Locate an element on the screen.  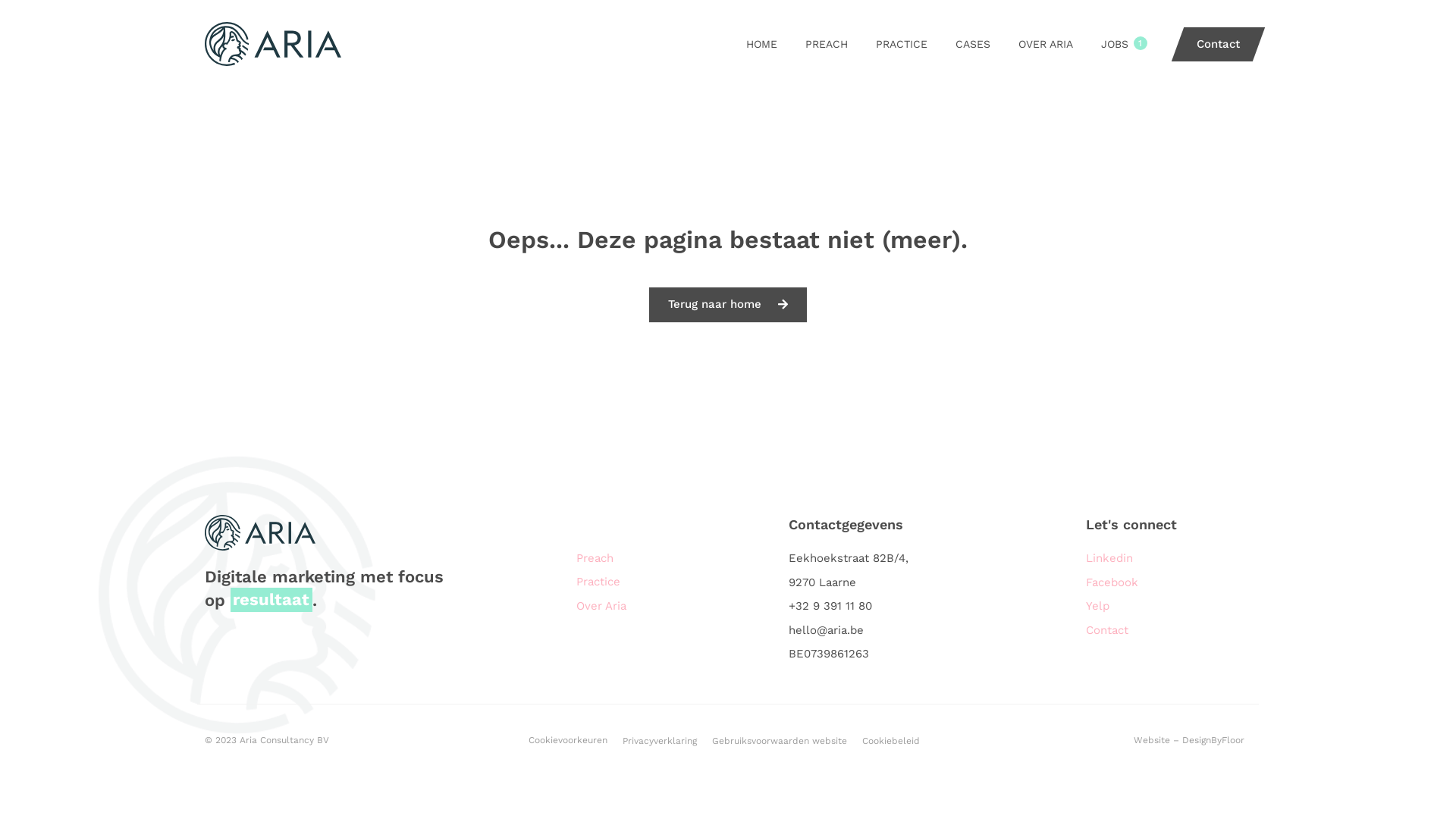
'1' is located at coordinates (1140, 42).